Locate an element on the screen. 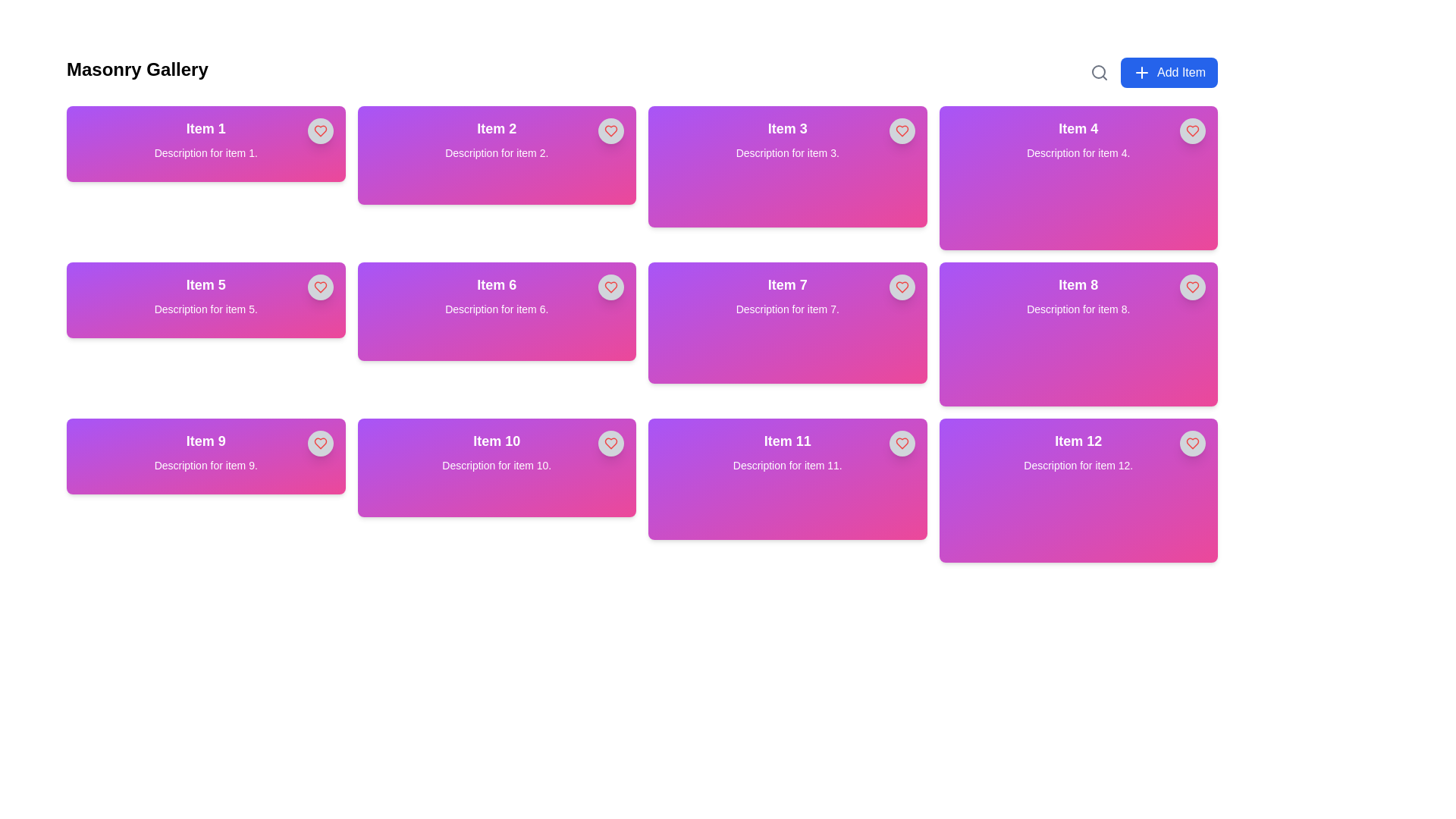 The width and height of the screenshot is (1456, 819). the circular button with a light gray background and a red heart icon at the top-right corner of the card labeled 'Item 3' to favorite the associated item is located at coordinates (902, 130).